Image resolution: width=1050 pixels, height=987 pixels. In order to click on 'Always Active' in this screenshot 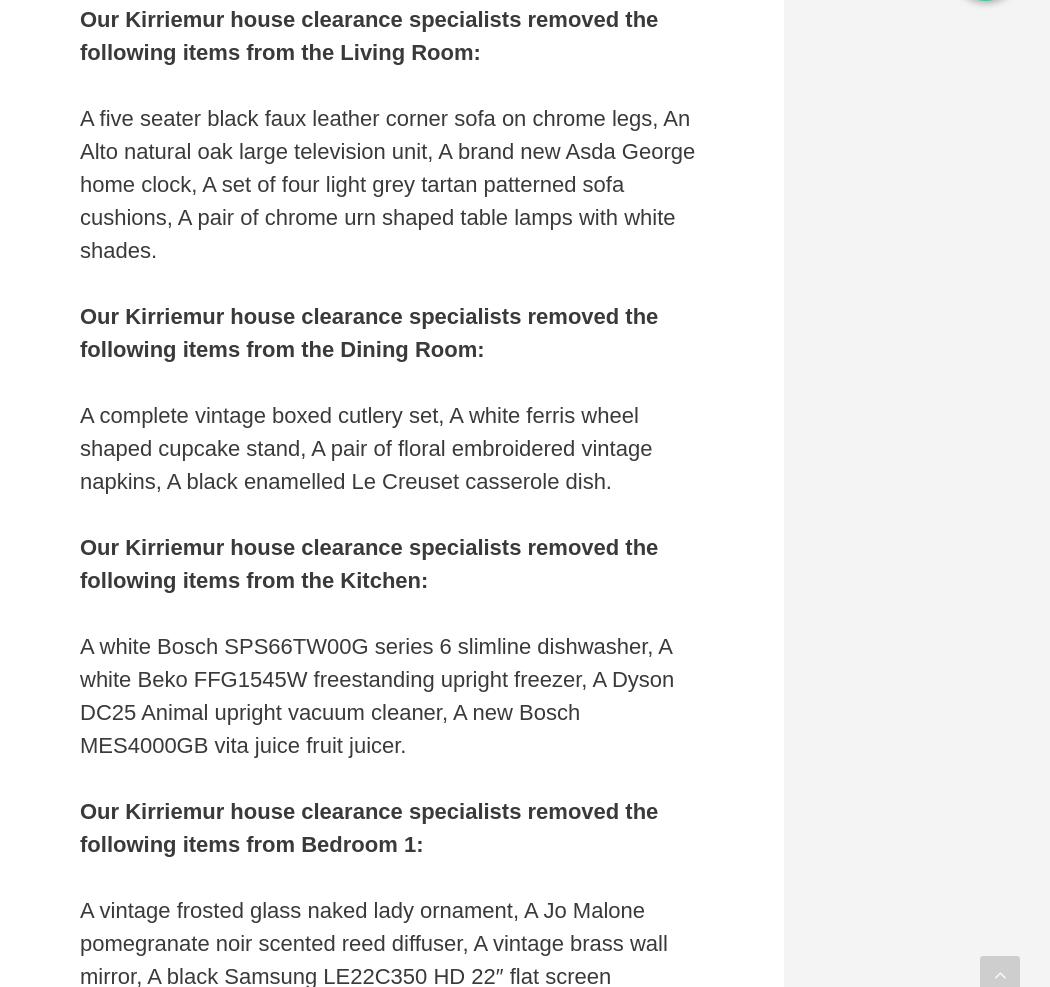, I will do `click(350, 176)`.